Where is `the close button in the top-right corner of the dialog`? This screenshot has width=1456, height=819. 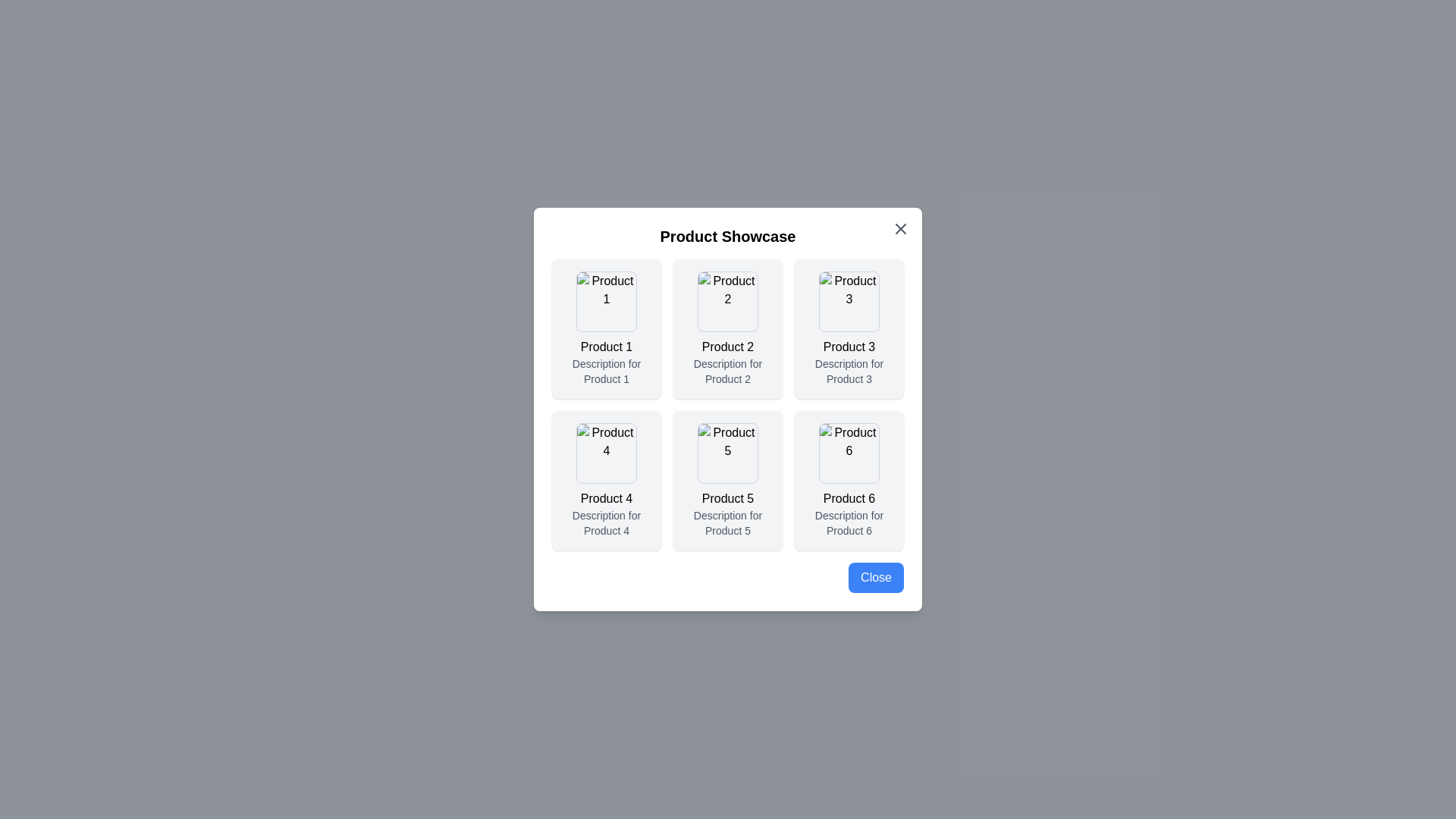
the close button in the top-right corner of the dialog is located at coordinates (901, 228).